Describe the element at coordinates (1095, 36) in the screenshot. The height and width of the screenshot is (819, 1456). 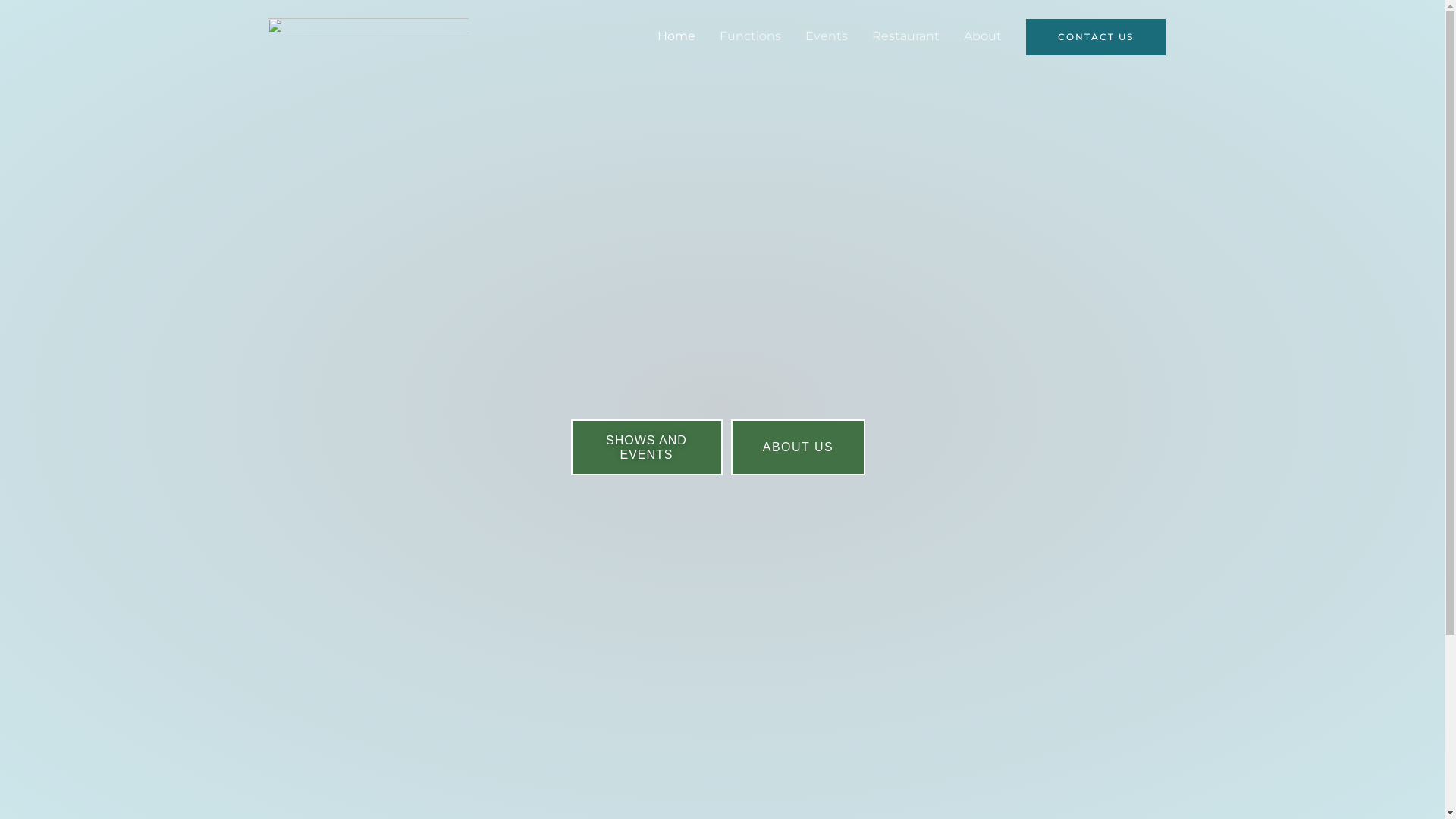
I see `'CONTACT US'` at that location.